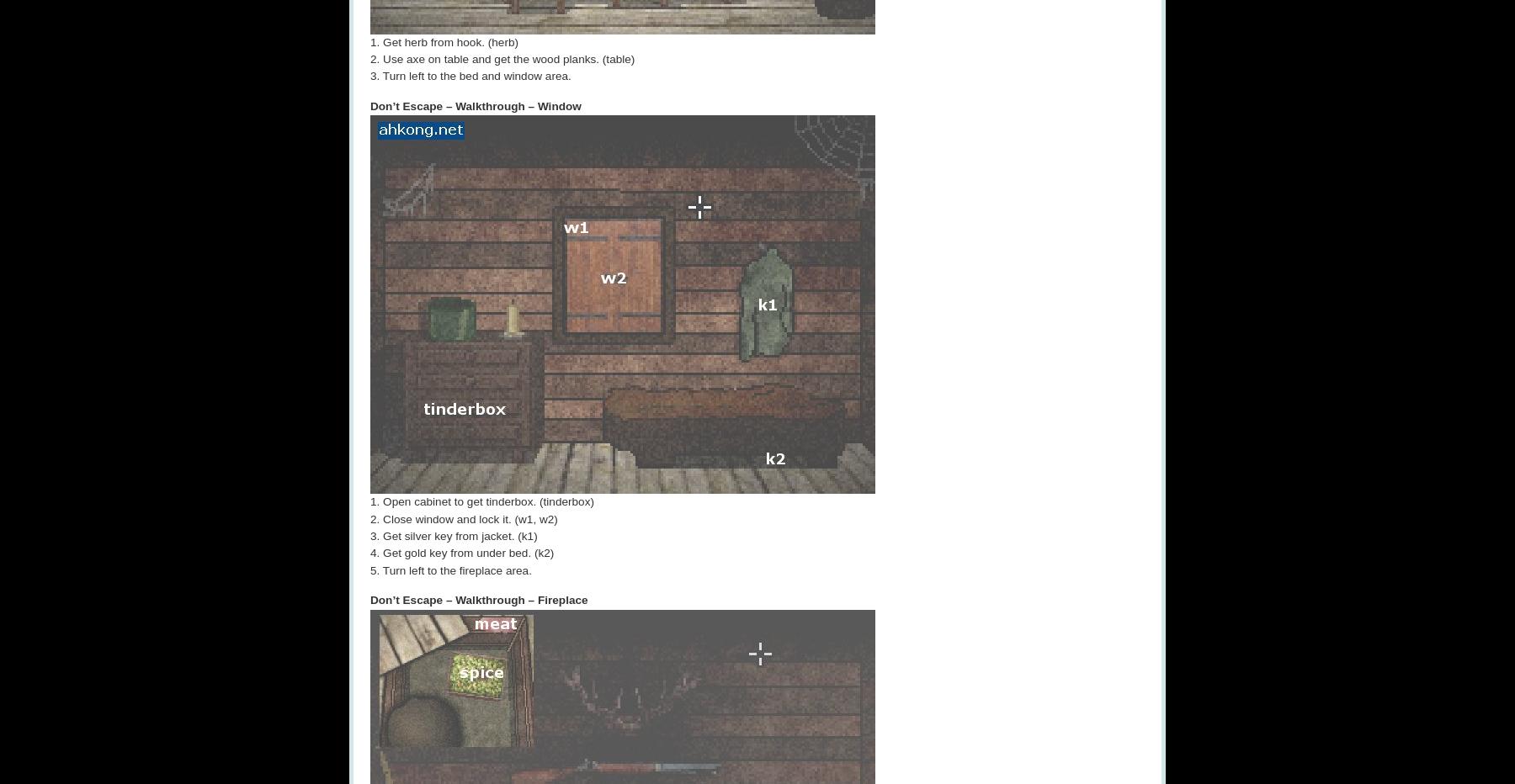 This screenshot has width=1515, height=784. What do you see at coordinates (502, 58) in the screenshot?
I see `'2. Use axe on table and get the wood planks. (table)'` at bounding box center [502, 58].